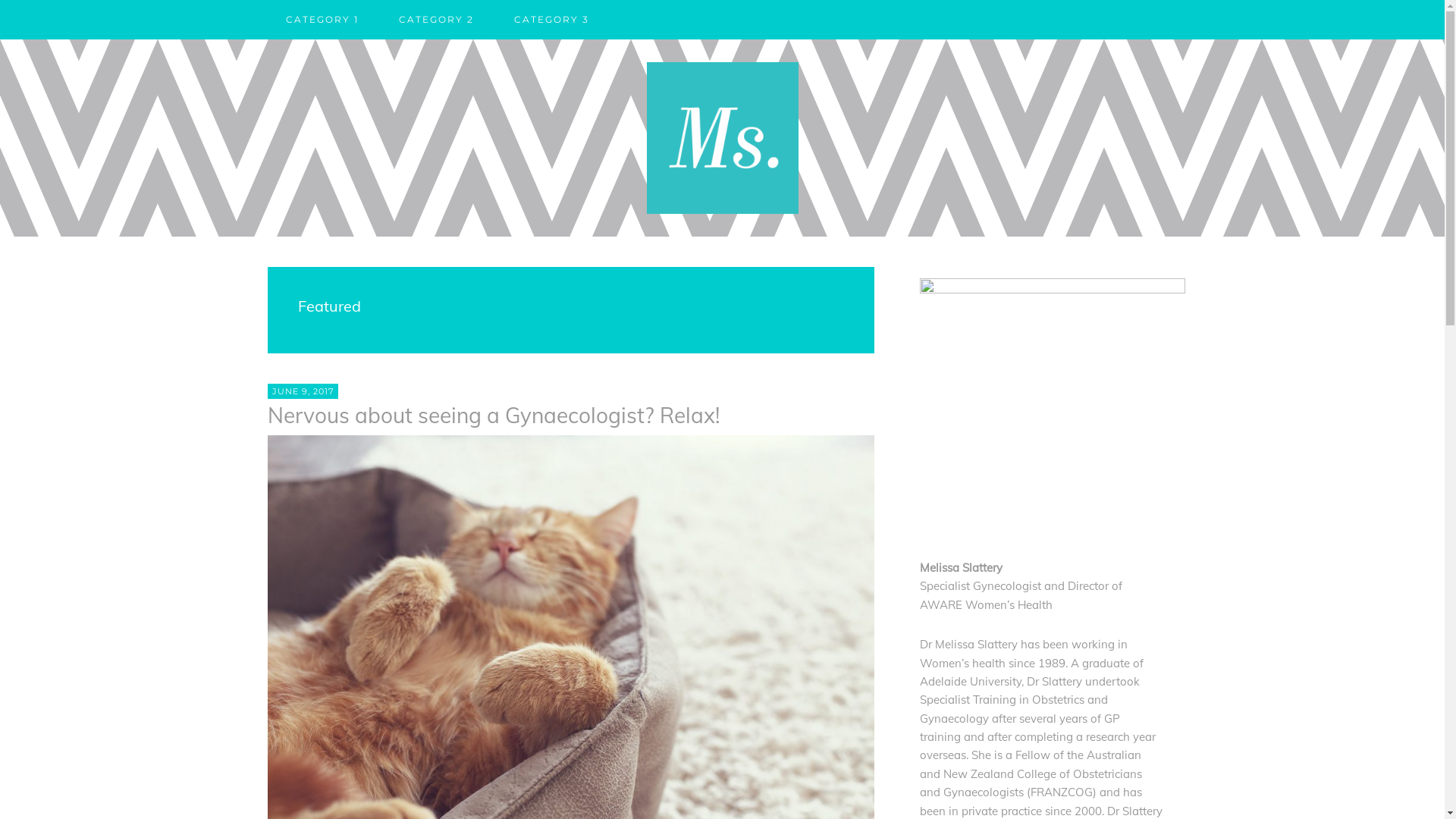  I want to click on 'CATEGORY 1', so click(320, 20).